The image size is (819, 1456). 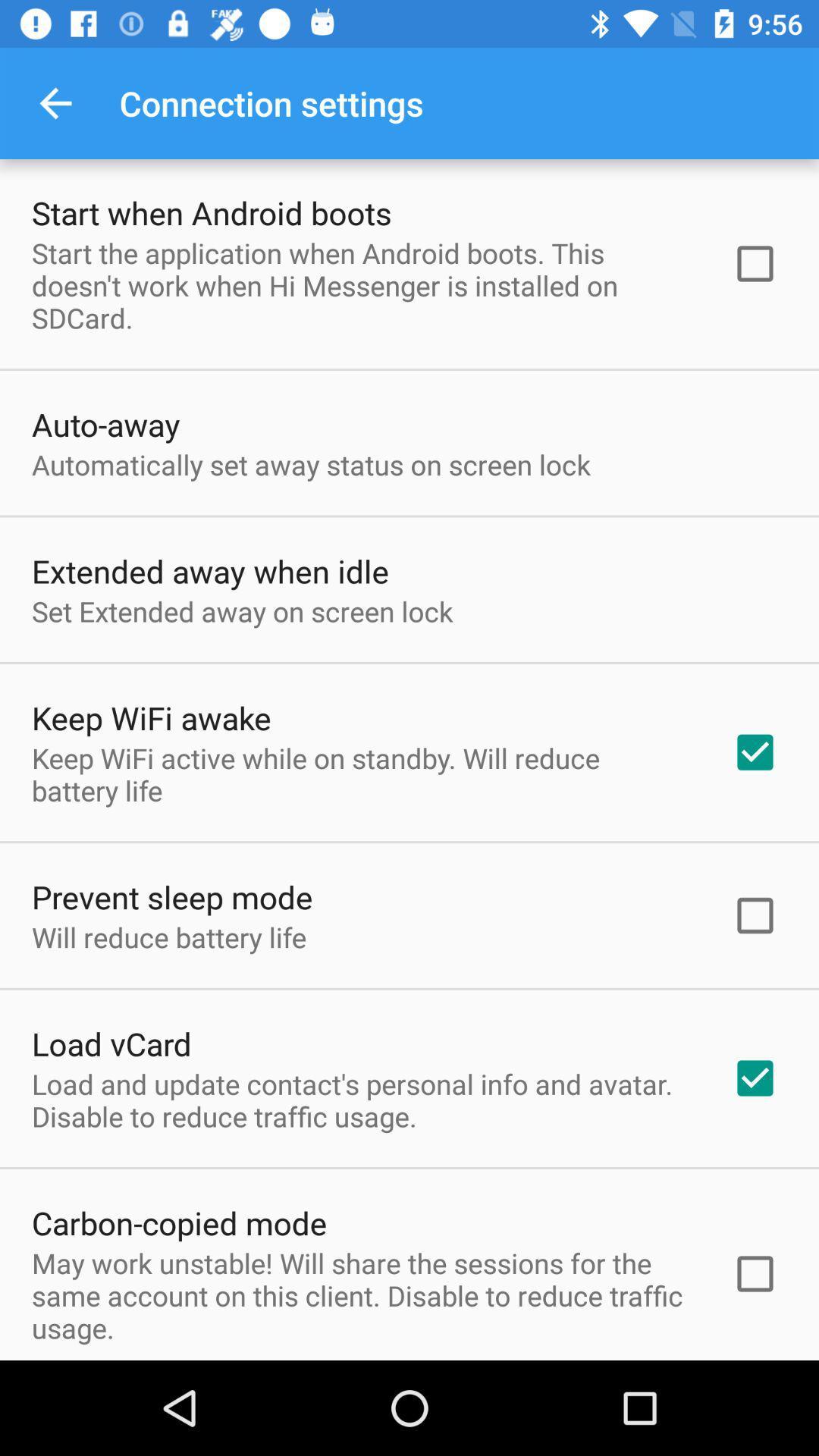 What do you see at coordinates (111, 1043) in the screenshot?
I see `the item below will reduce battery icon` at bounding box center [111, 1043].